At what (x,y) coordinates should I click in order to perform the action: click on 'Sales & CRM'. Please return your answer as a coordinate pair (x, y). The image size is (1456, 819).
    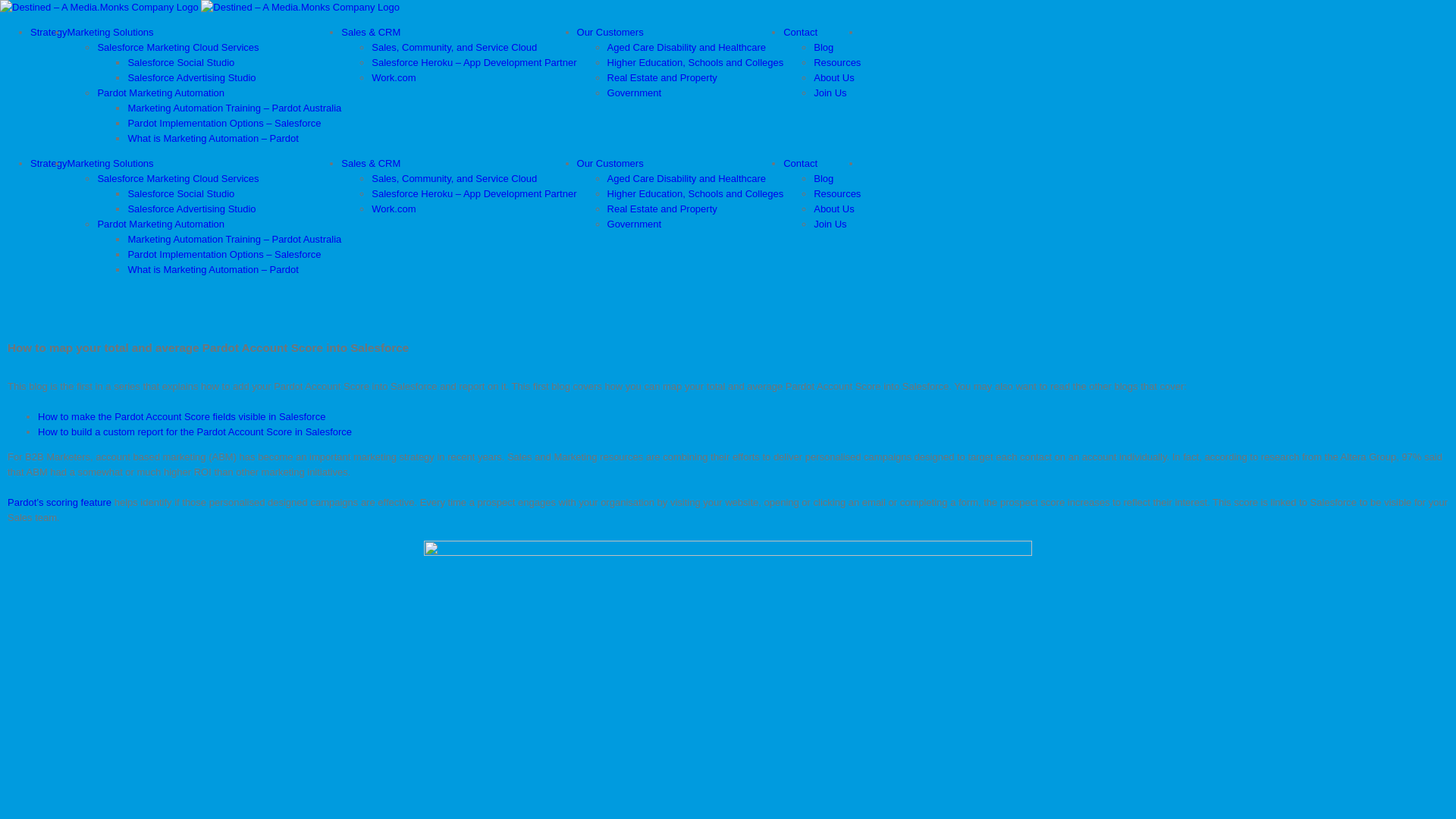
    Looking at the image, I should click on (371, 32).